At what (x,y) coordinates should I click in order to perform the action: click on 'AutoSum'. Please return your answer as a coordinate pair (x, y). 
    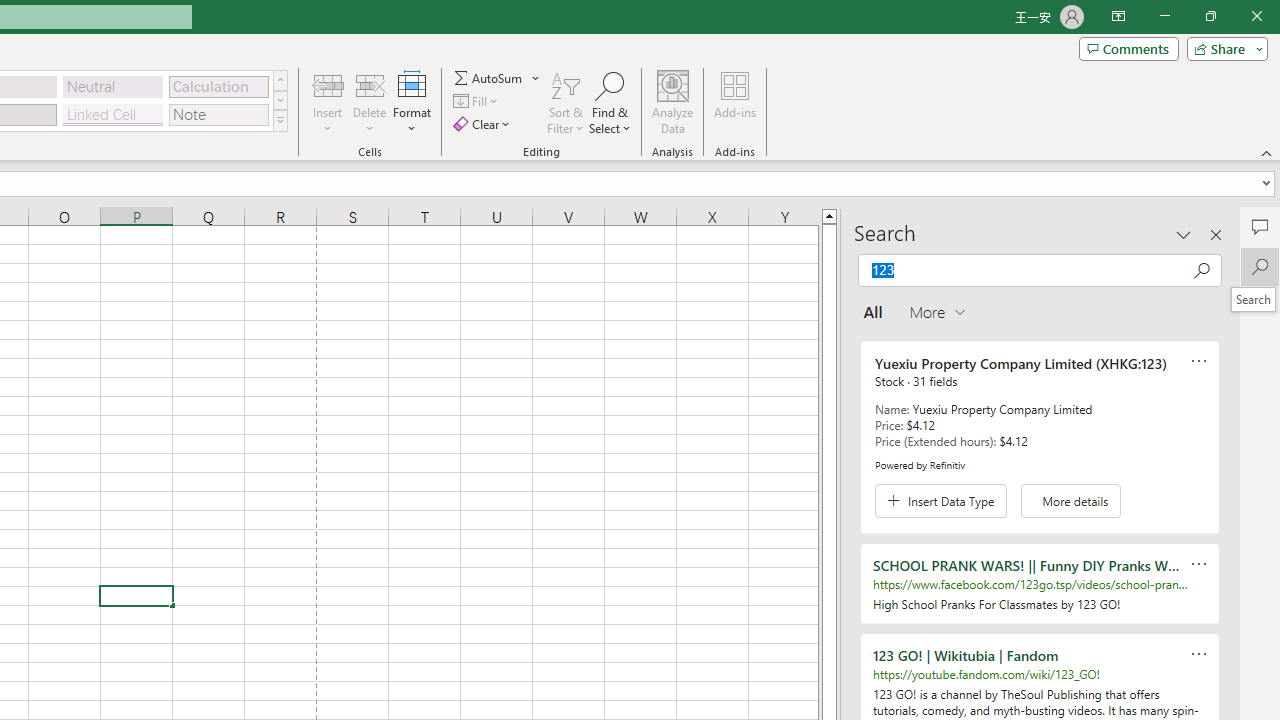
    Looking at the image, I should click on (497, 77).